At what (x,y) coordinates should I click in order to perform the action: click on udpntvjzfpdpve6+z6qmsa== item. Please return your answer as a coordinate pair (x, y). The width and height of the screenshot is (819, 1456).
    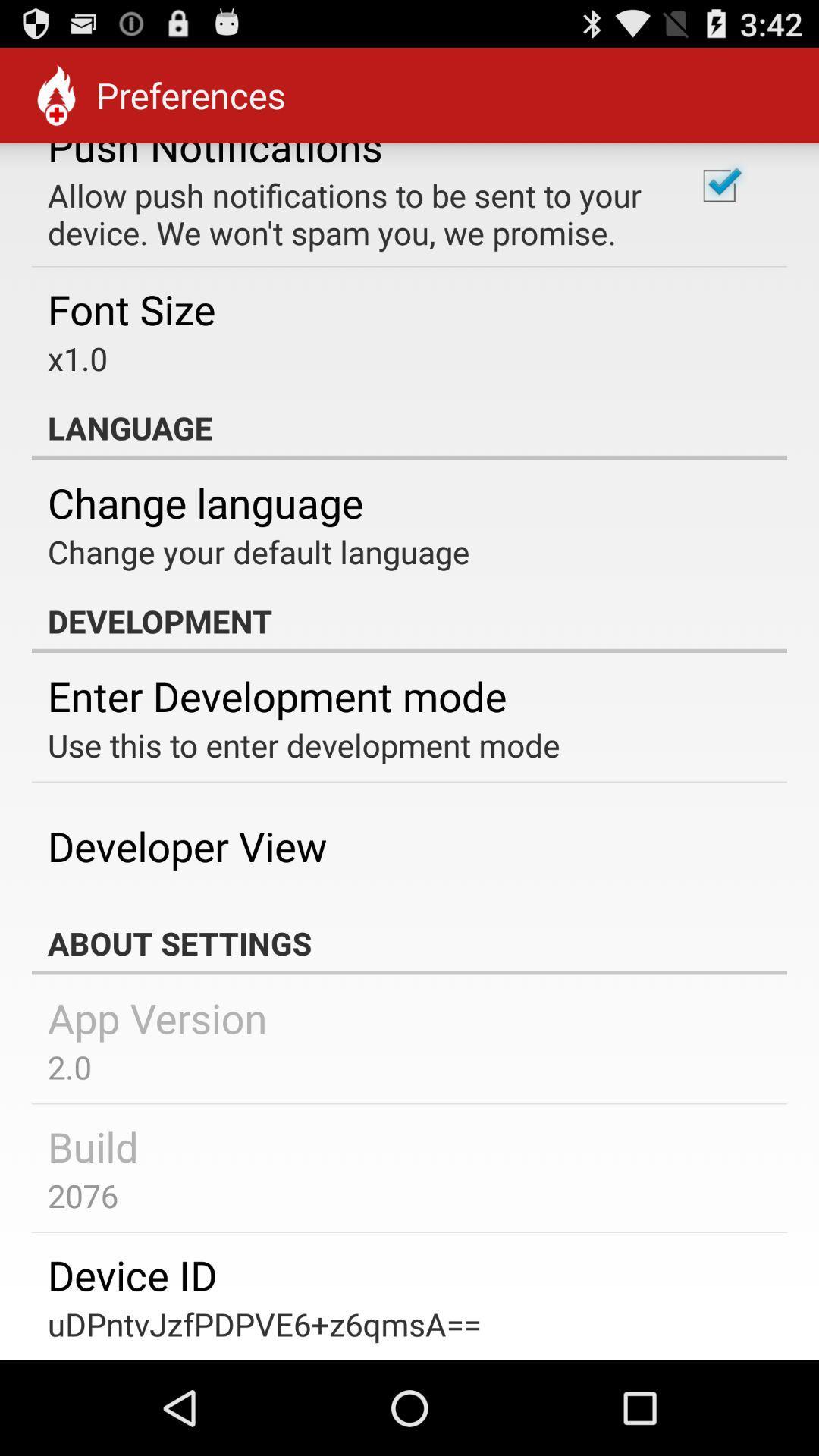
    Looking at the image, I should click on (264, 1323).